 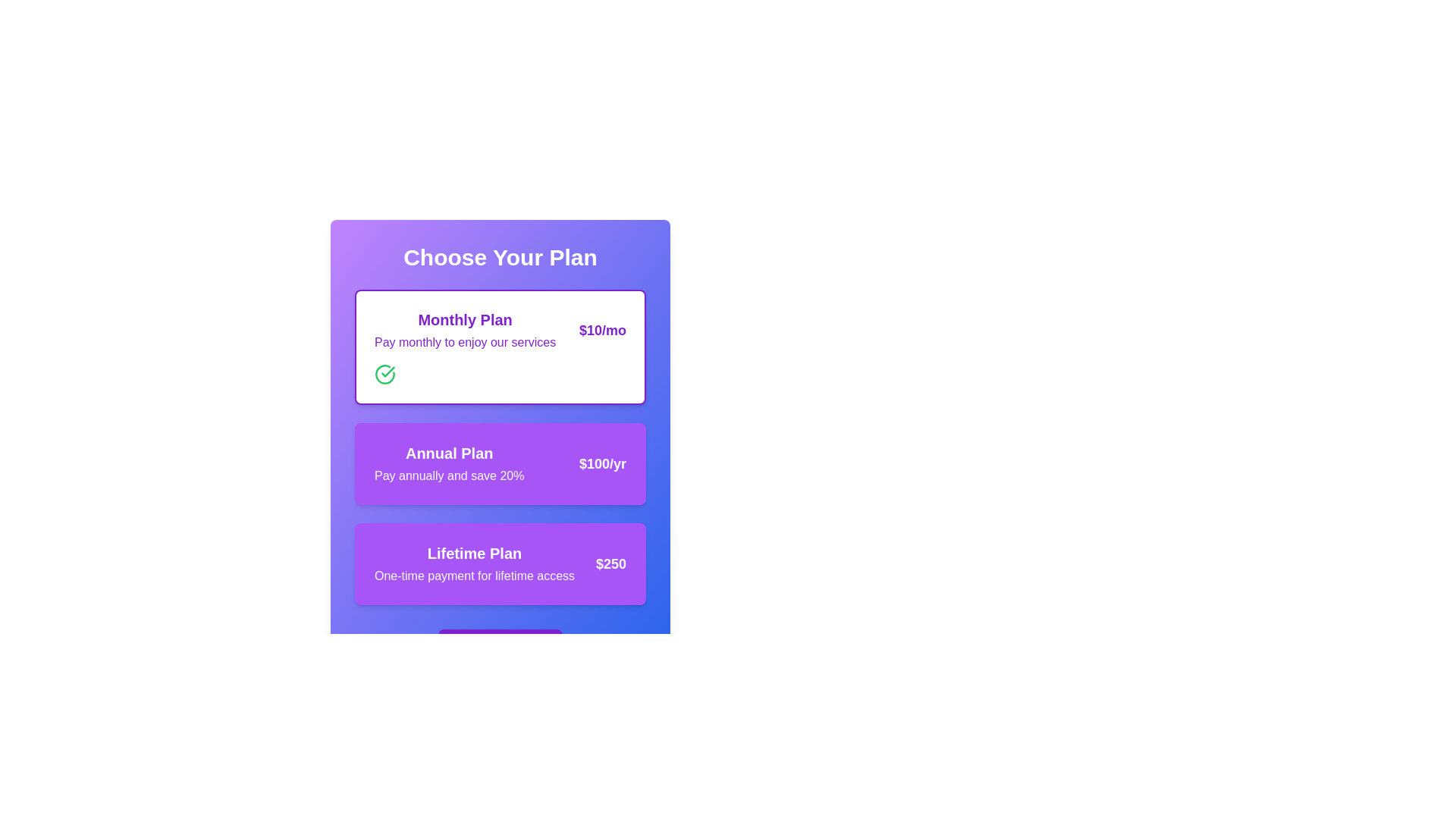 What do you see at coordinates (388, 372) in the screenshot?
I see `the lower section of the checkmark icon in the 'Monthly Plan' card to observe its details` at bounding box center [388, 372].